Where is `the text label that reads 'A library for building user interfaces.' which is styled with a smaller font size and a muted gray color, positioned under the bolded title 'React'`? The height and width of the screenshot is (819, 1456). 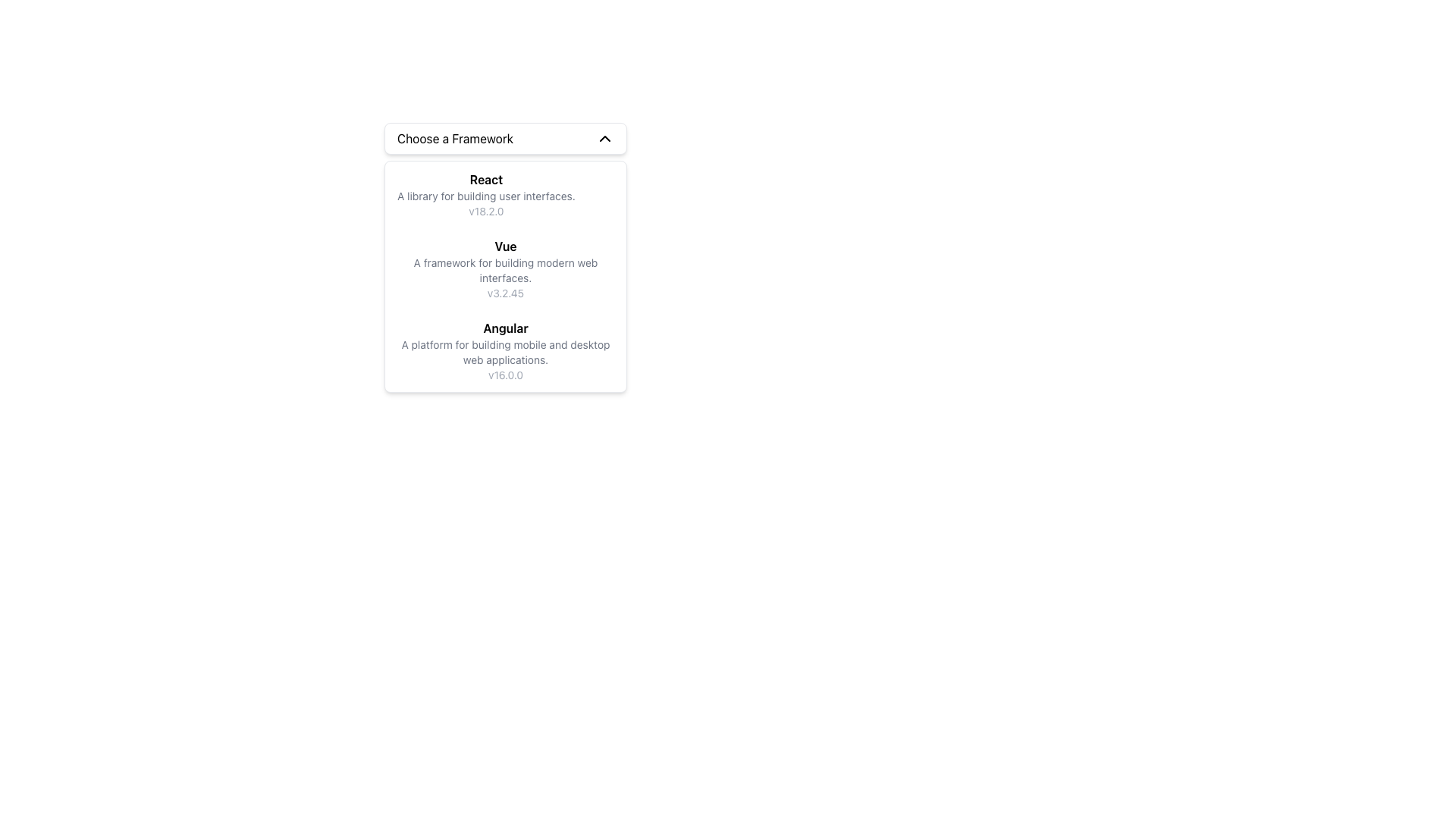 the text label that reads 'A library for building user interfaces.' which is styled with a smaller font size and a muted gray color, positioned under the bolded title 'React' is located at coordinates (486, 195).